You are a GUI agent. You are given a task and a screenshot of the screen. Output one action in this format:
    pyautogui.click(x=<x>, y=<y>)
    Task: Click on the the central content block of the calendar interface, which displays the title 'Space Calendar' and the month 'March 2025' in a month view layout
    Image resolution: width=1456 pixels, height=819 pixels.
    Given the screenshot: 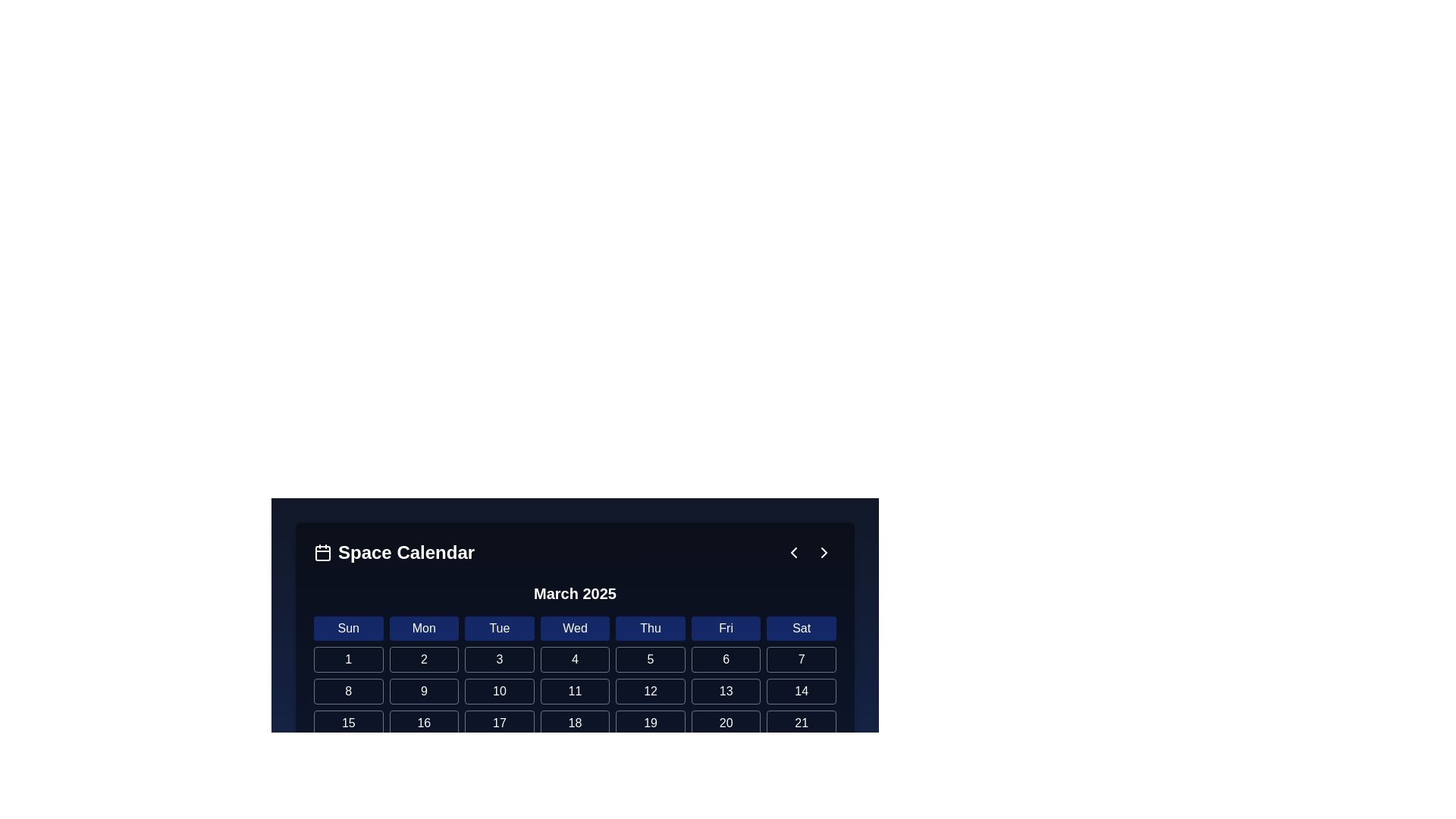 What is the action you would take?
    pyautogui.click(x=574, y=605)
    